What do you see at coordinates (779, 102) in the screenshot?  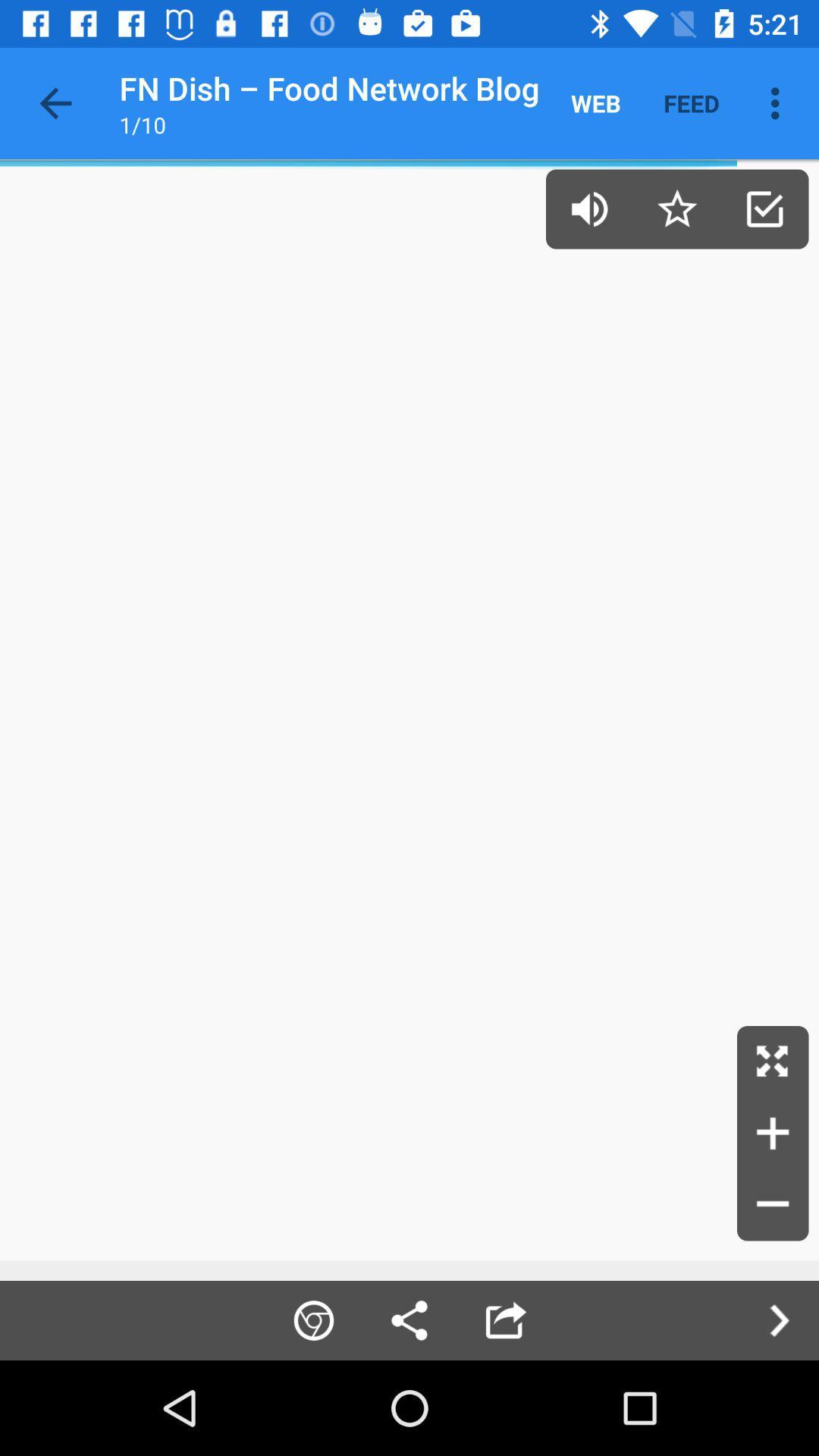 I see `the item next to feed icon` at bounding box center [779, 102].